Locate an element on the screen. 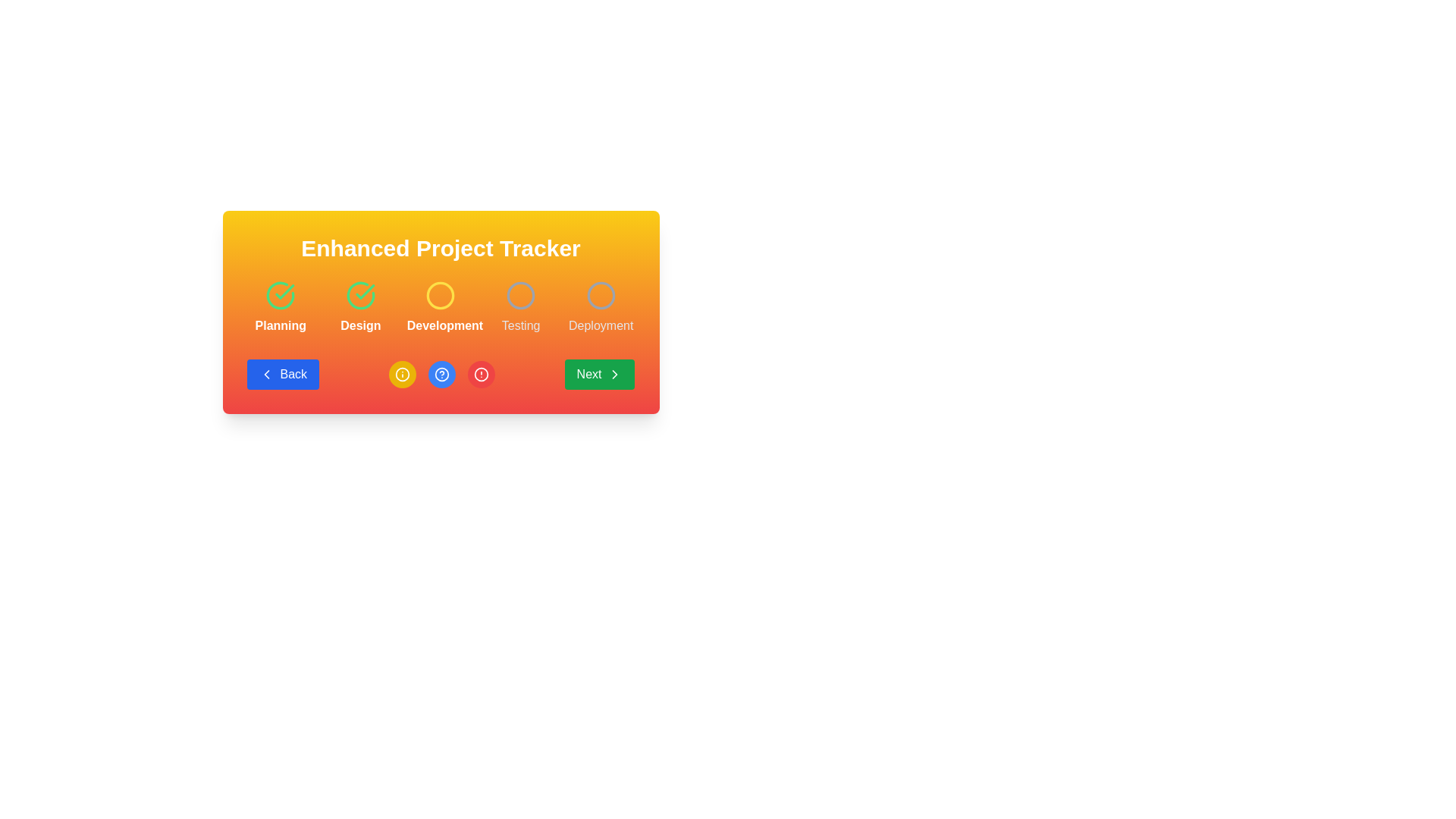 This screenshot has width=1456, height=819. the circular gray icon representing the 'Deployment' step in the progress tracker, which is the fifth step in the sequence is located at coordinates (600, 307).